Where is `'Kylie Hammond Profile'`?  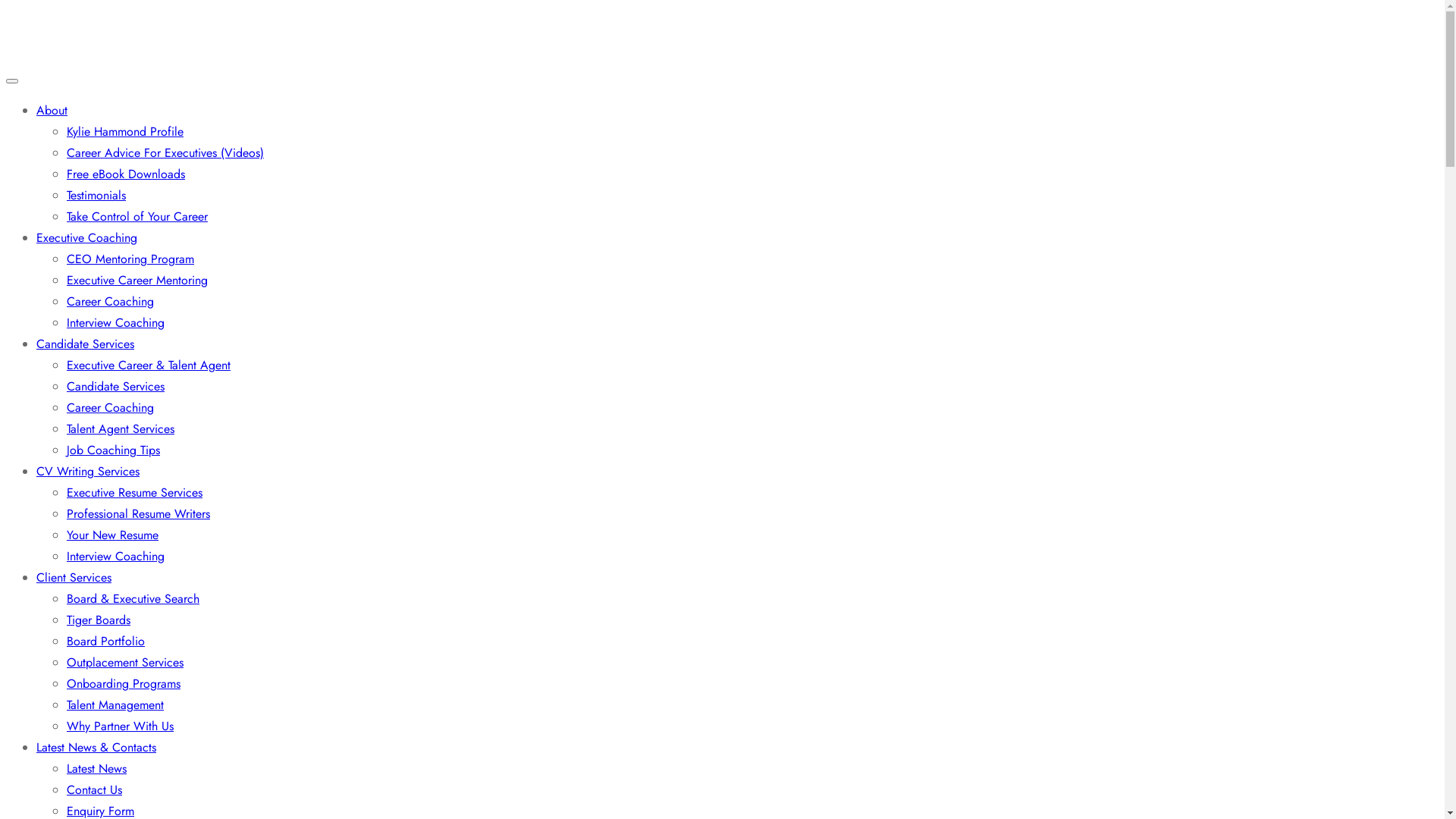
'Kylie Hammond Profile' is located at coordinates (124, 130).